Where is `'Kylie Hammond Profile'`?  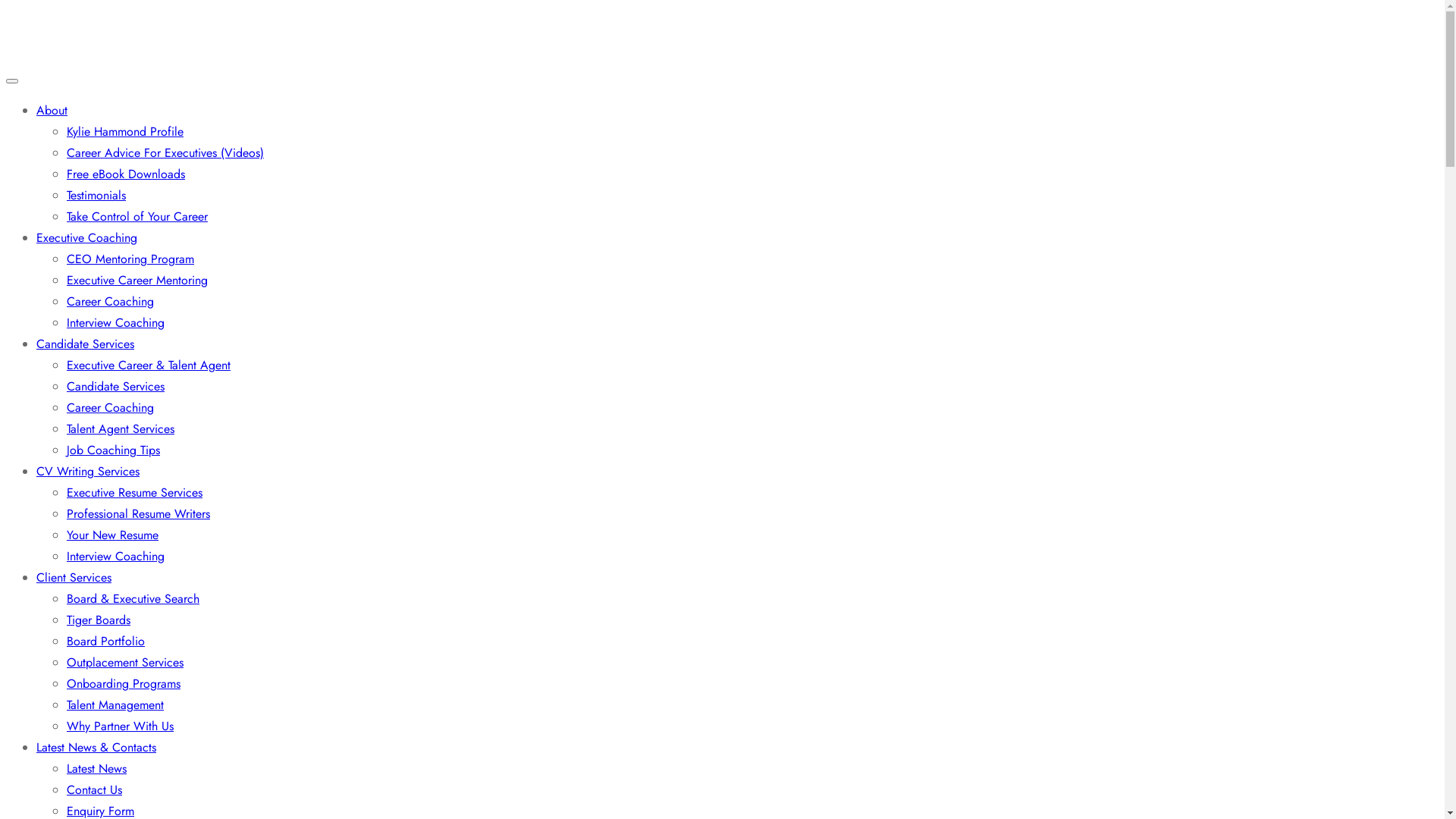
'Kylie Hammond Profile' is located at coordinates (124, 130).